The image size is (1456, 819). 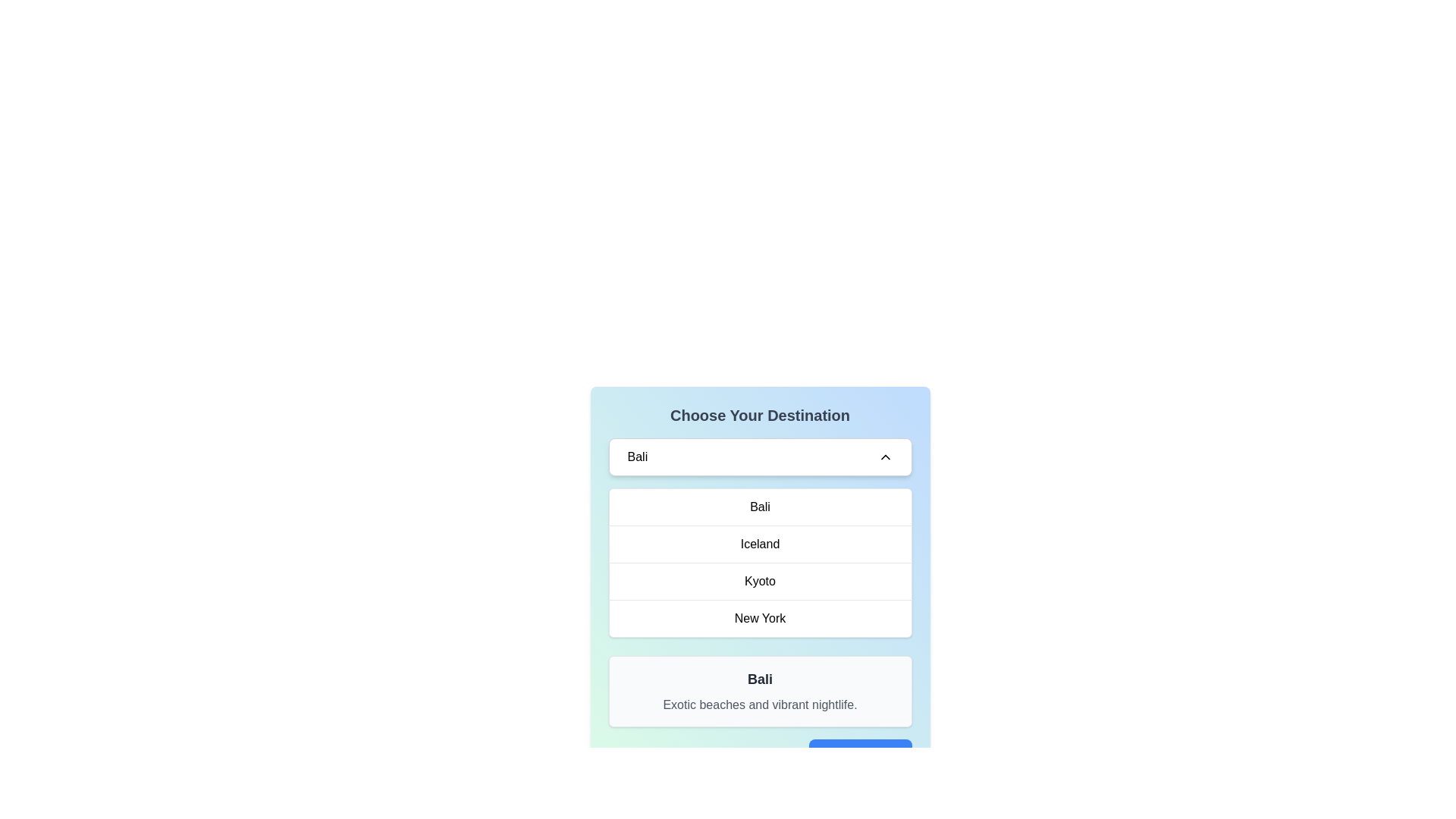 What do you see at coordinates (885, 456) in the screenshot?
I see `the chevron icon on the right side of the white bar displaying 'Bali'` at bounding box center [885, 456].